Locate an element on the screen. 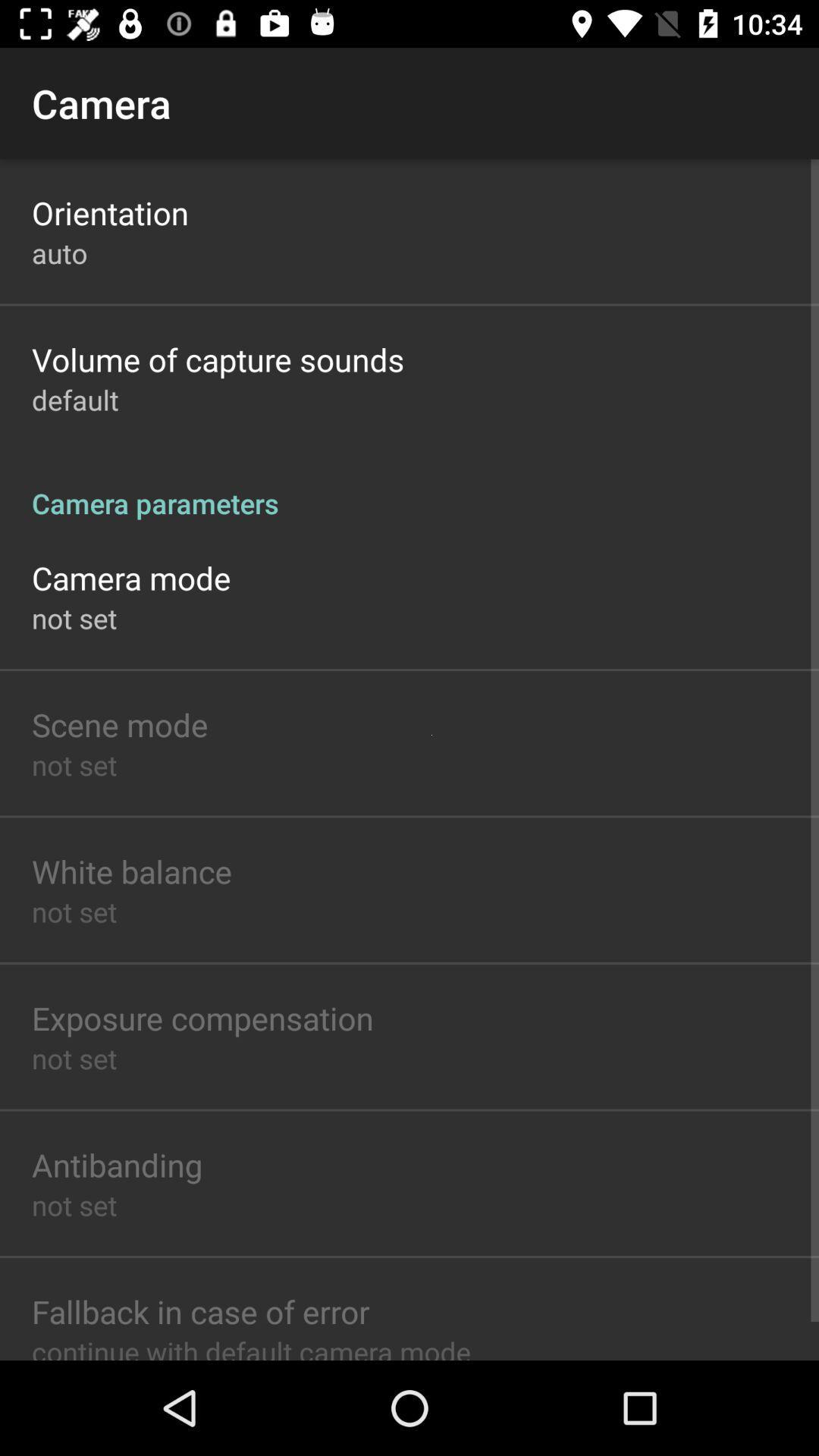  app below the not set is located at coordinates (119, 723).